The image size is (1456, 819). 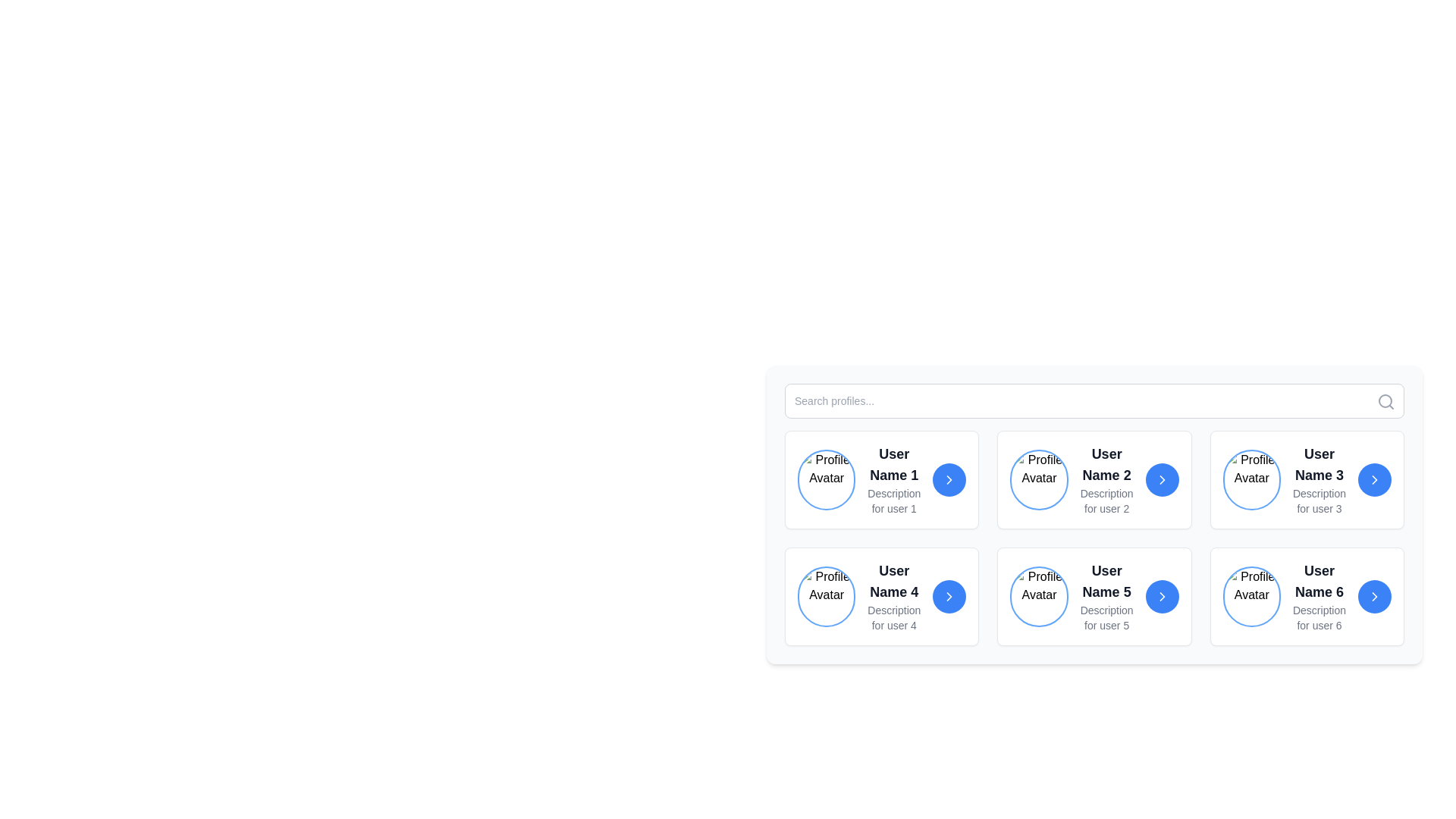 I want to click on the rounded blue button with white text and a rightward arrow icon located in the bottom-right section of the card for 'User Name 4', so click(x=949, y=595).